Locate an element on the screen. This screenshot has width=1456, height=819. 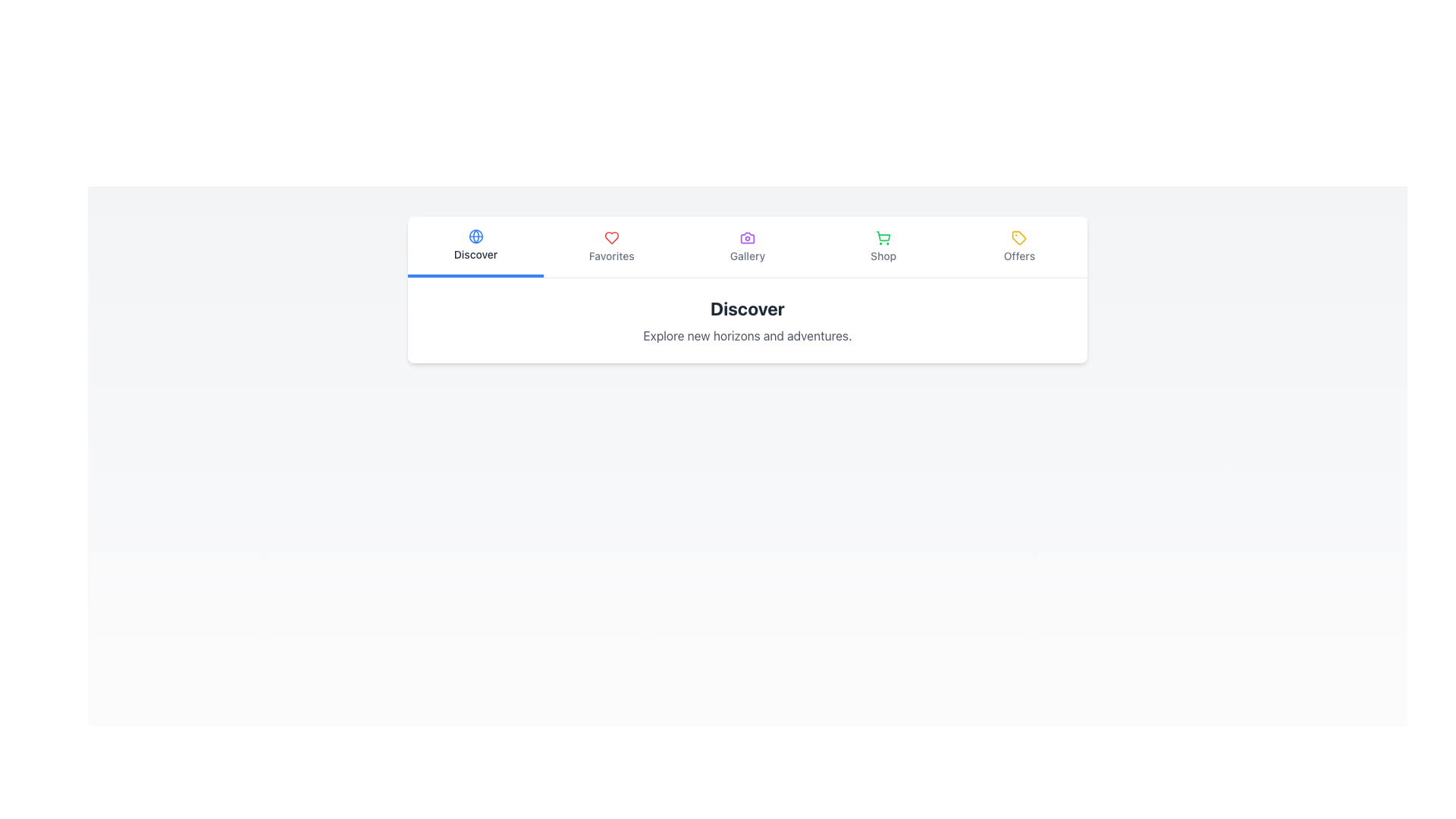
the 'Discover' text label located directly under the globe icon in the navigation section at the center-top of the interface is located at coordinates (475, 253).